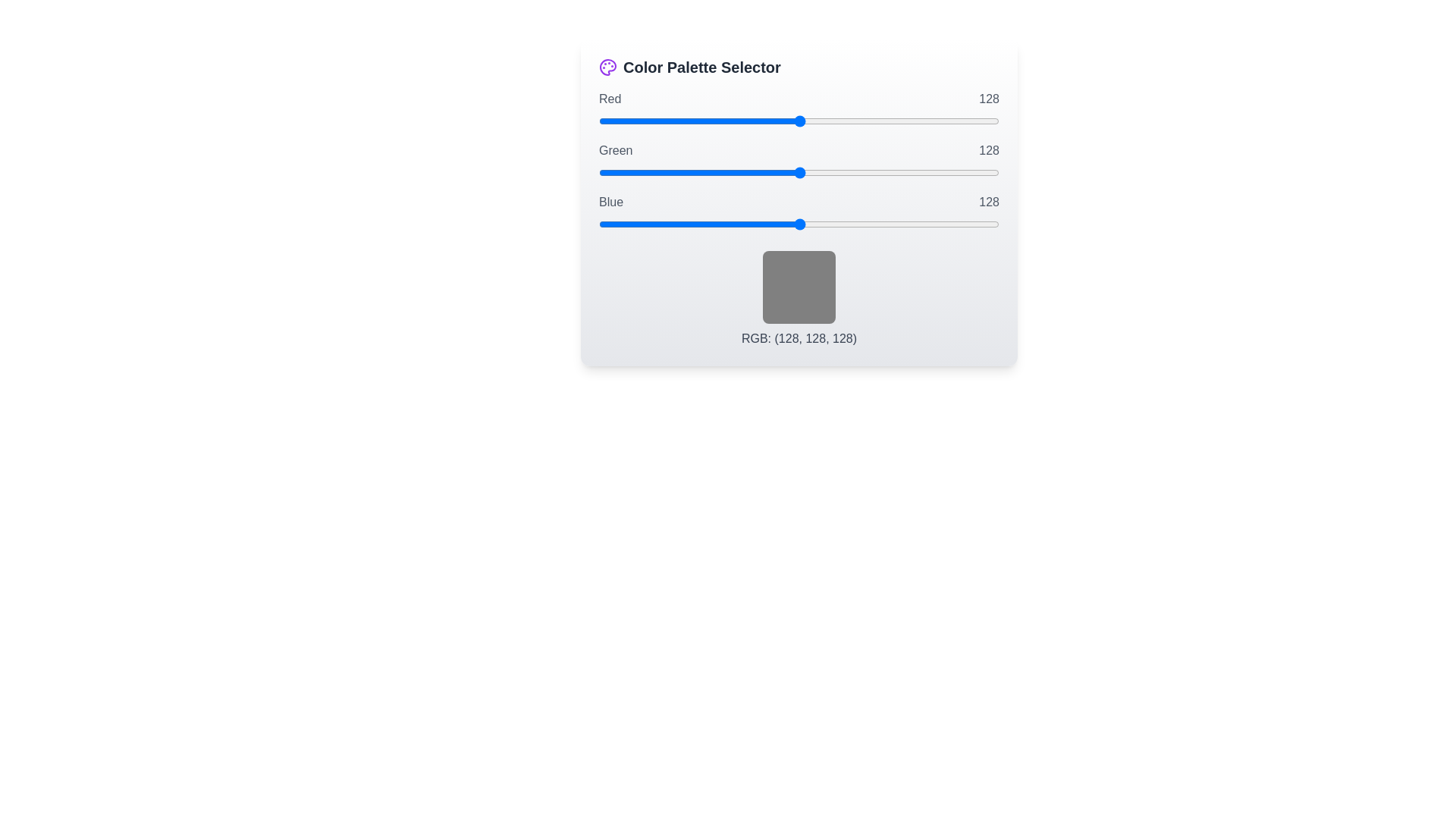 Image resolution: width=1456 pixels, height=819 pixels. Describe the element at coordinates (799, 120) in the screenshot. I see `the 0 slider to 105 to observe the color preview box update` at that location.